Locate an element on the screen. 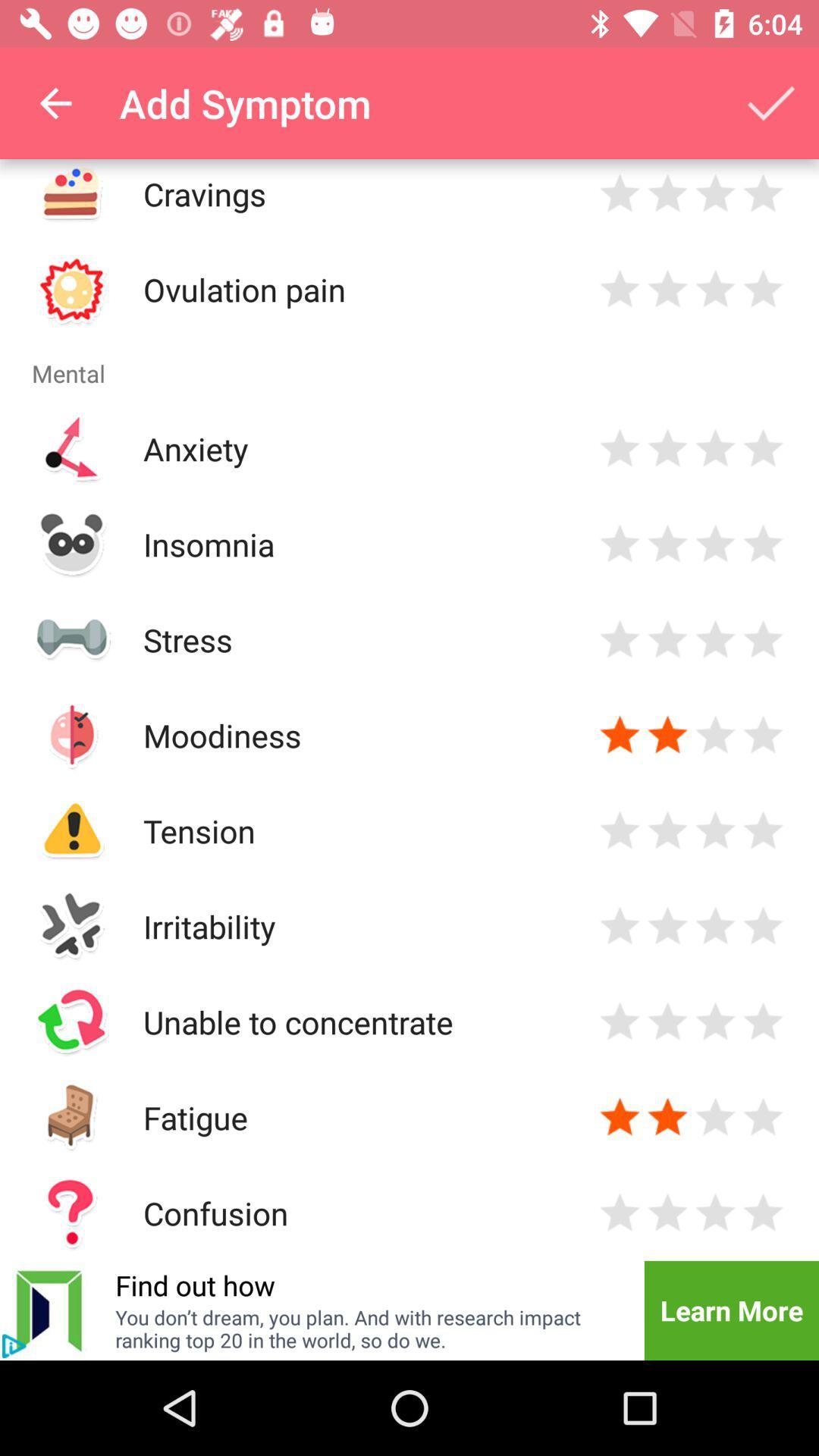  rate pain is located at coordinates (763, 289).